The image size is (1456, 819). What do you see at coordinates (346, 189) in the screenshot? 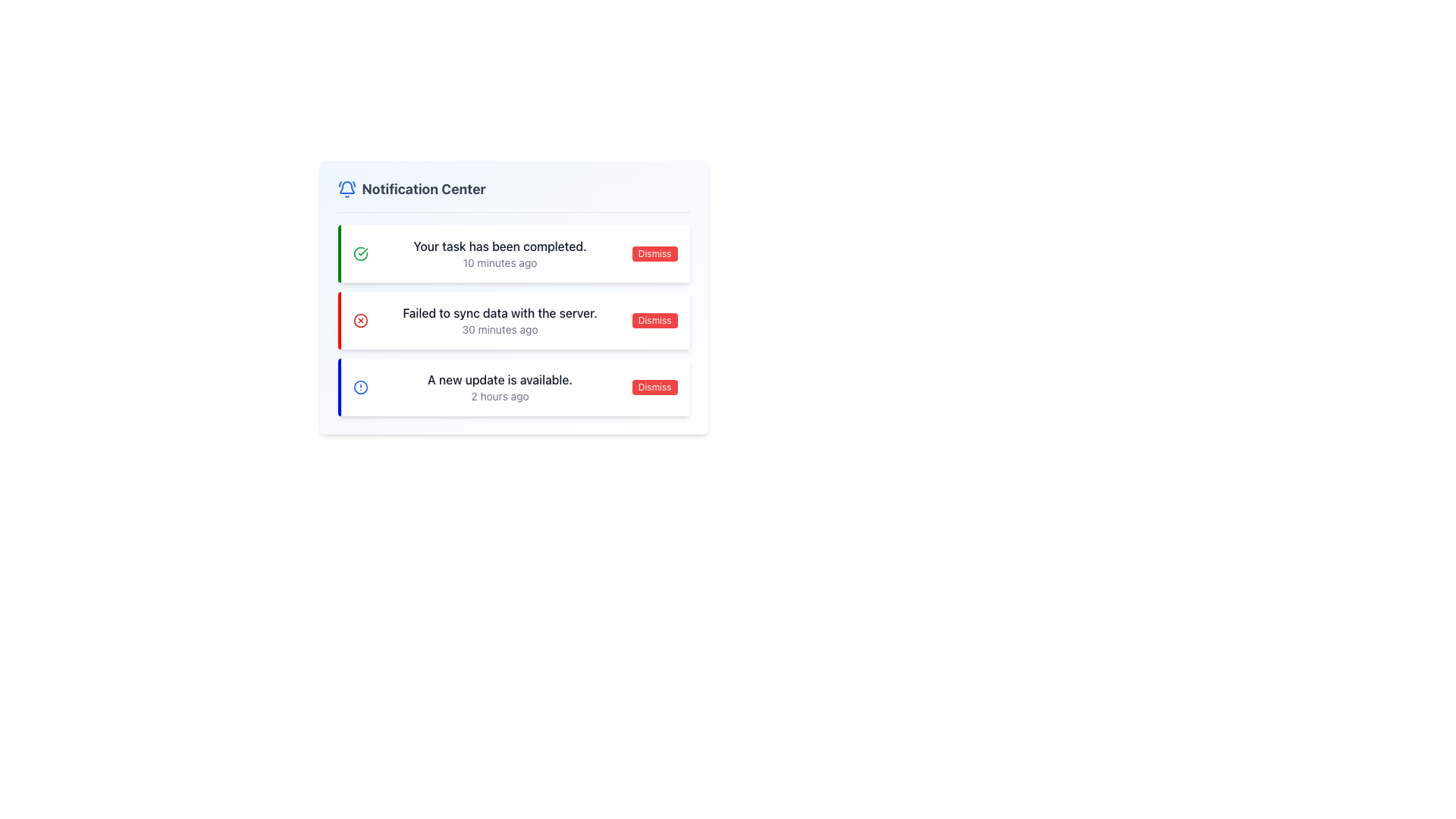
I see `the blue bell-shaped notification icon in the header of the Notification Center` at bounding box center [346, 189].